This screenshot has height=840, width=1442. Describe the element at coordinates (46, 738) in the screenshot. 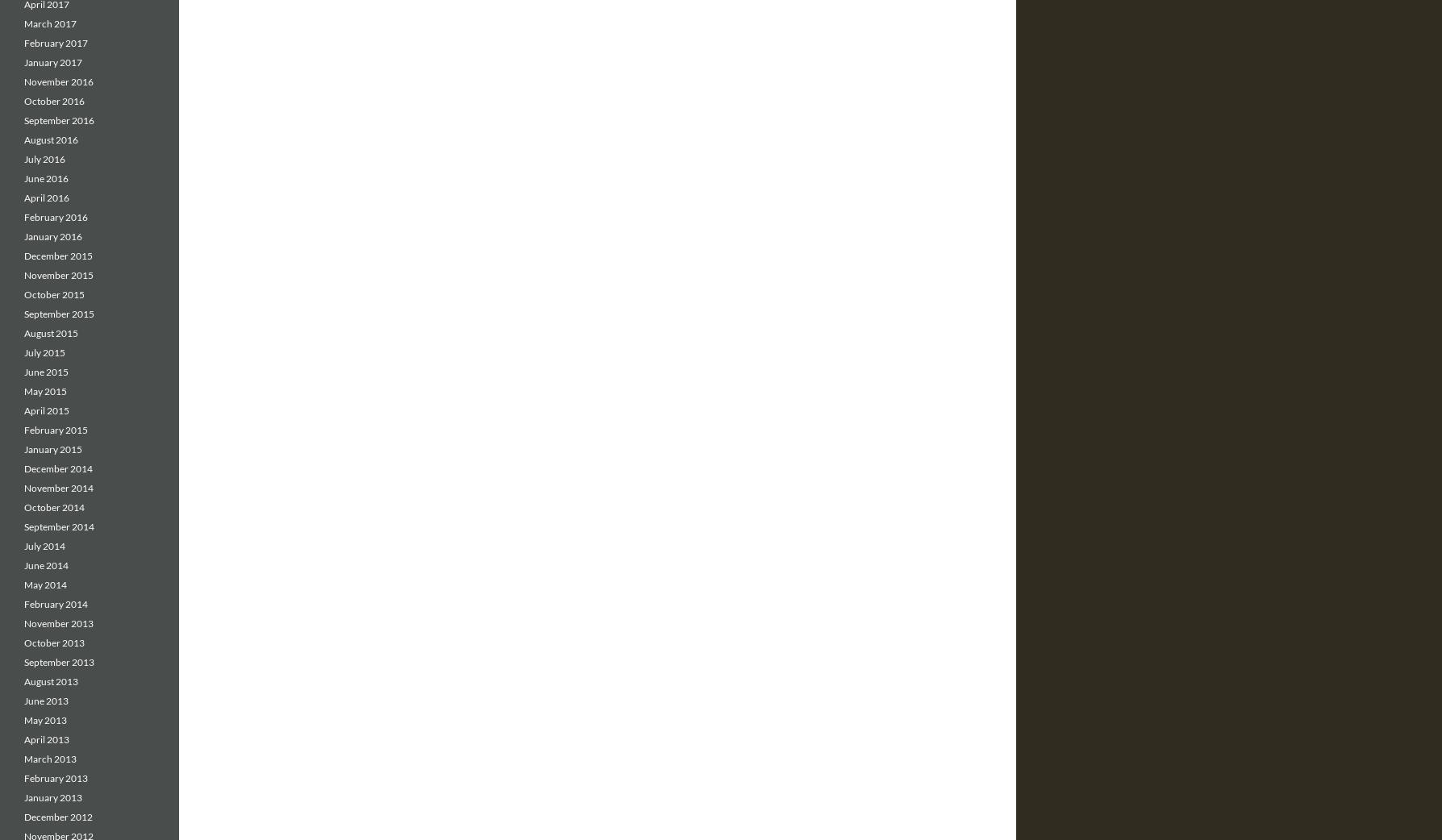

I see `'April 2013'` at that location.